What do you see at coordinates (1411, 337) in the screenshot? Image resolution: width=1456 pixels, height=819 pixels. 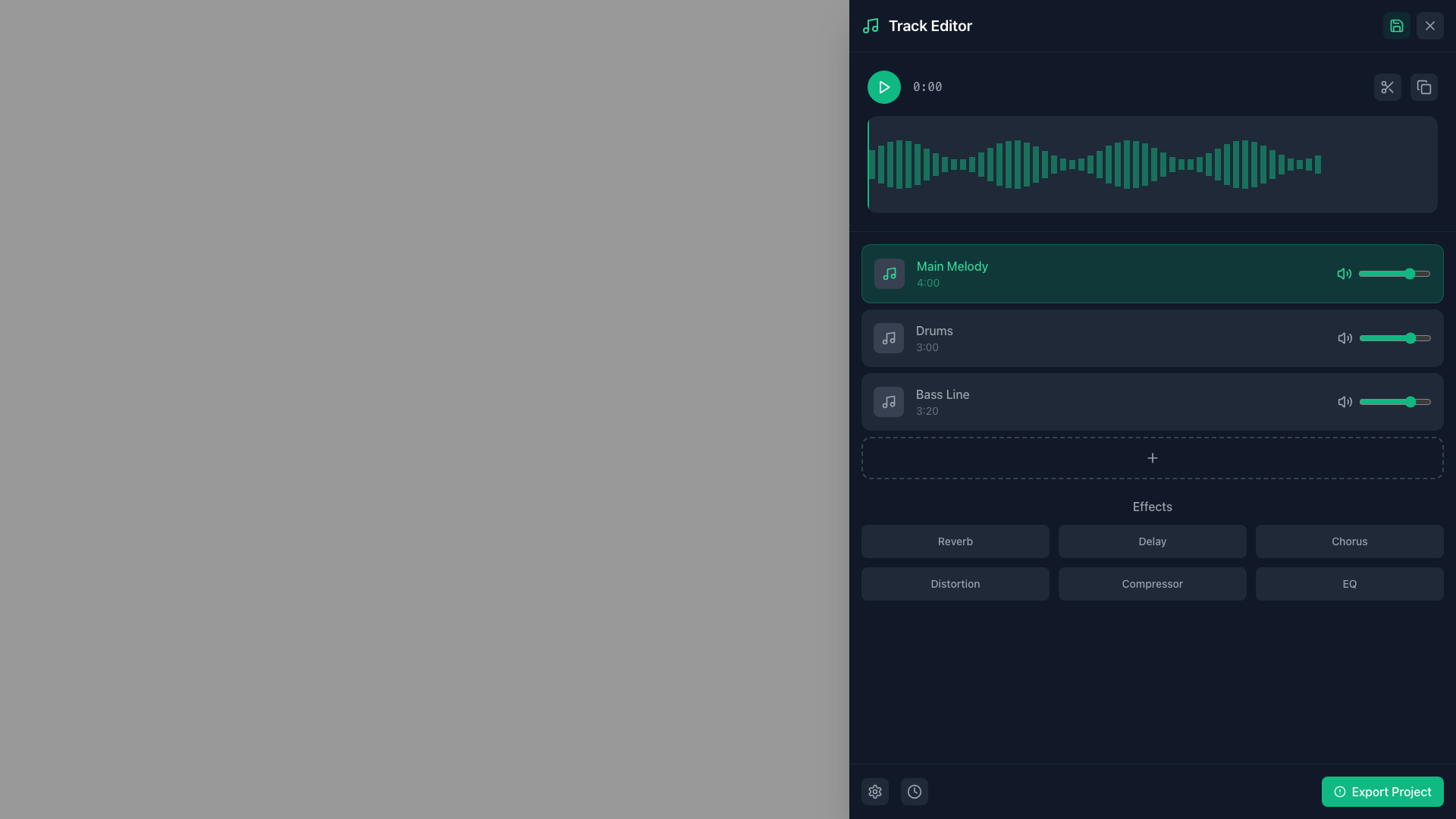 I see `the volume slider` at bounding box center [1411, 337].